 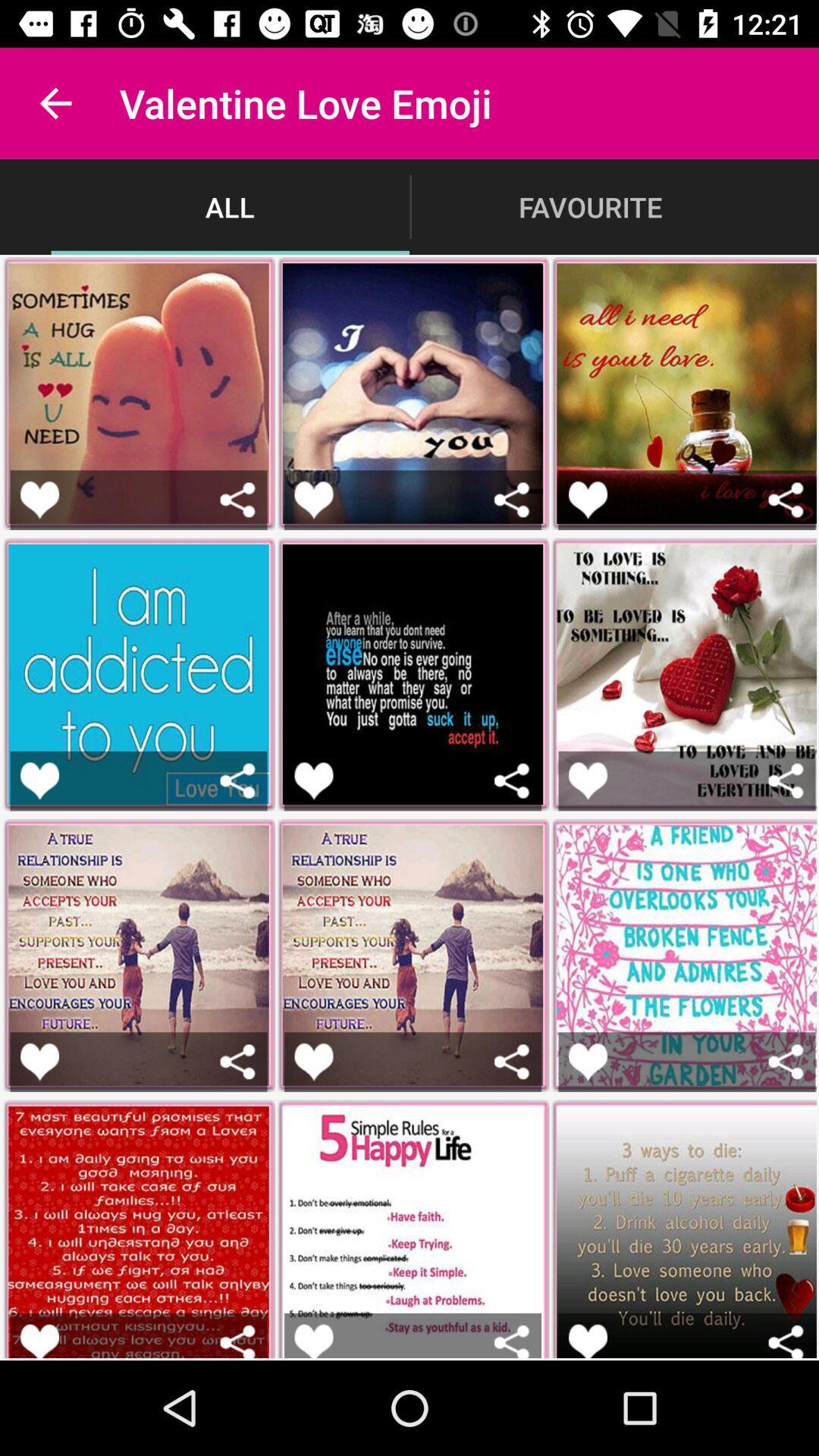 I want to click on android share, so click(x=785, y=1061).